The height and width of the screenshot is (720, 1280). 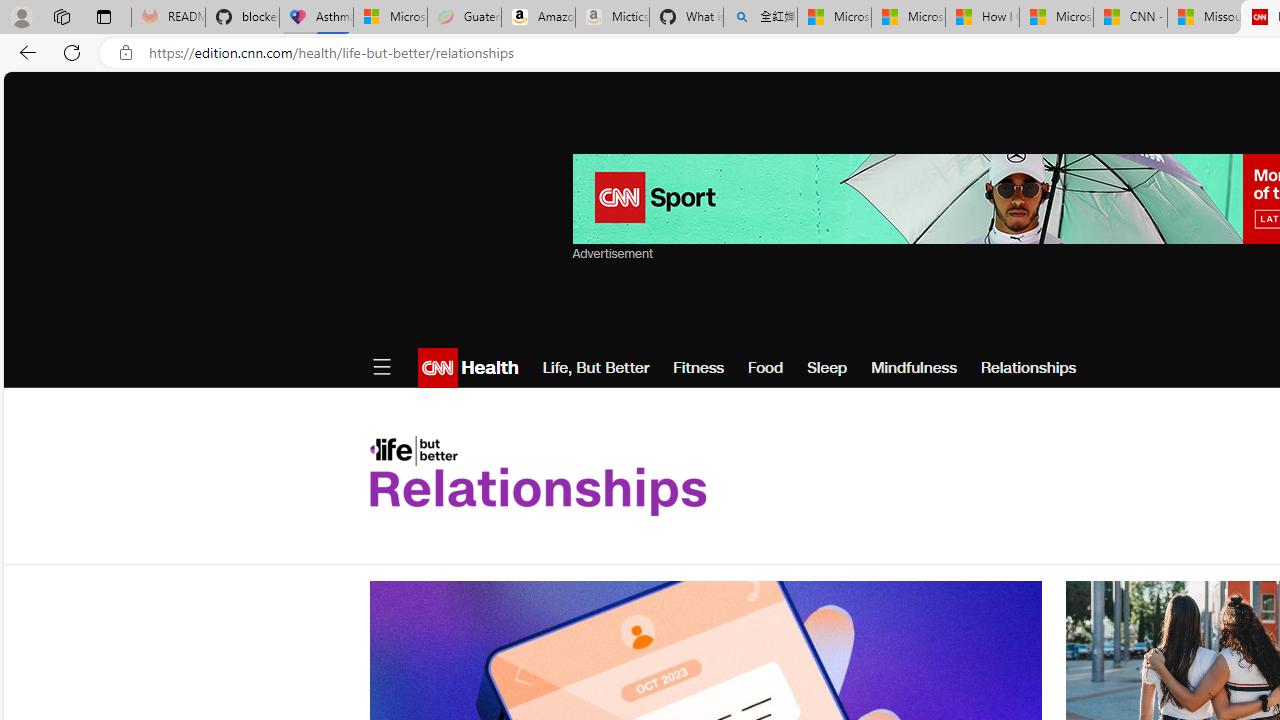 I want to click on 'Food', so click(x=764, y=367).